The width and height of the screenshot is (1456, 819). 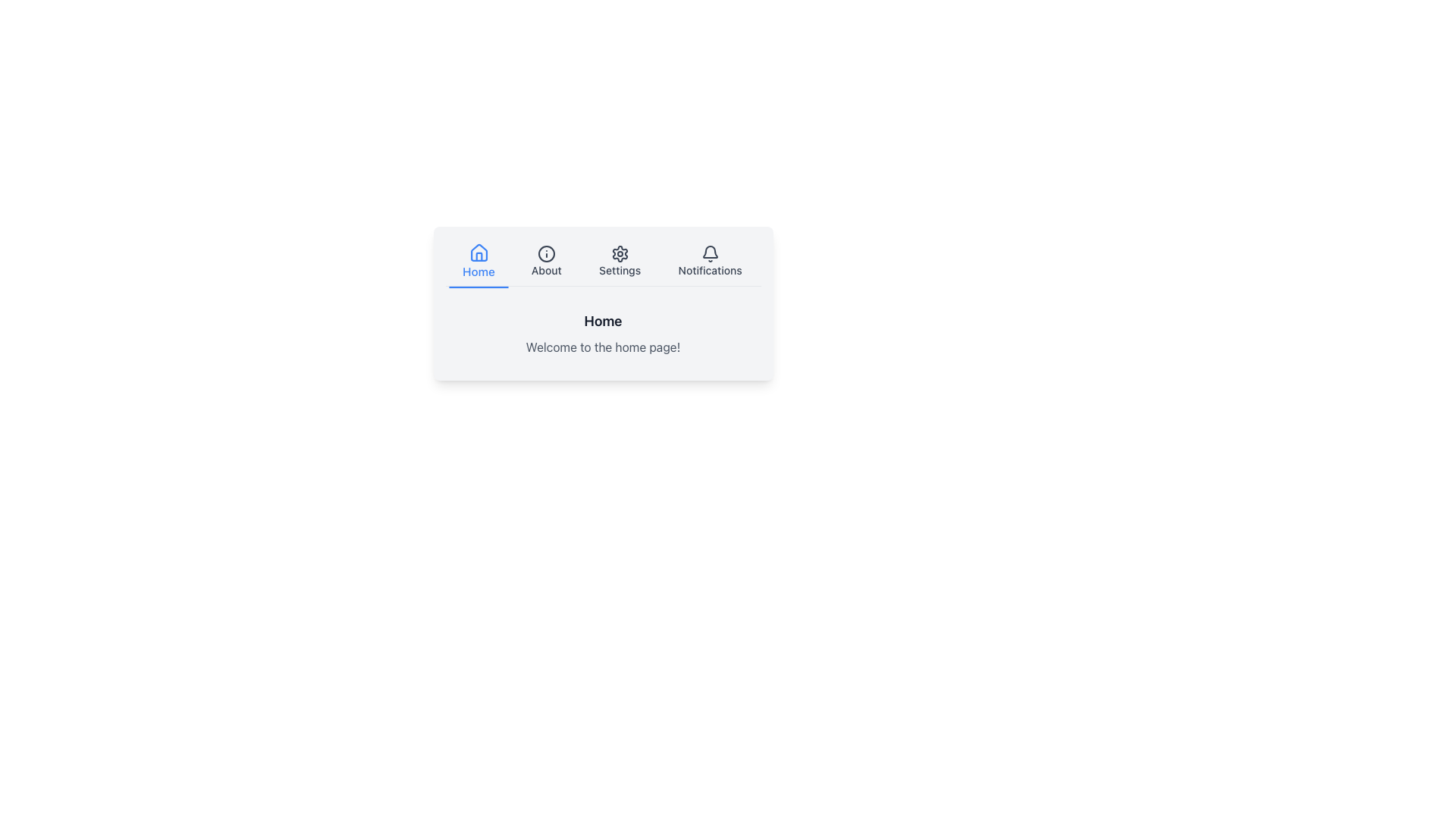 What do you see at coordinates (478, 256) in the screenshot?
I see `the door icon within the house SVG icon at the top left of the navigation bar` at bounding box center [478, 256].